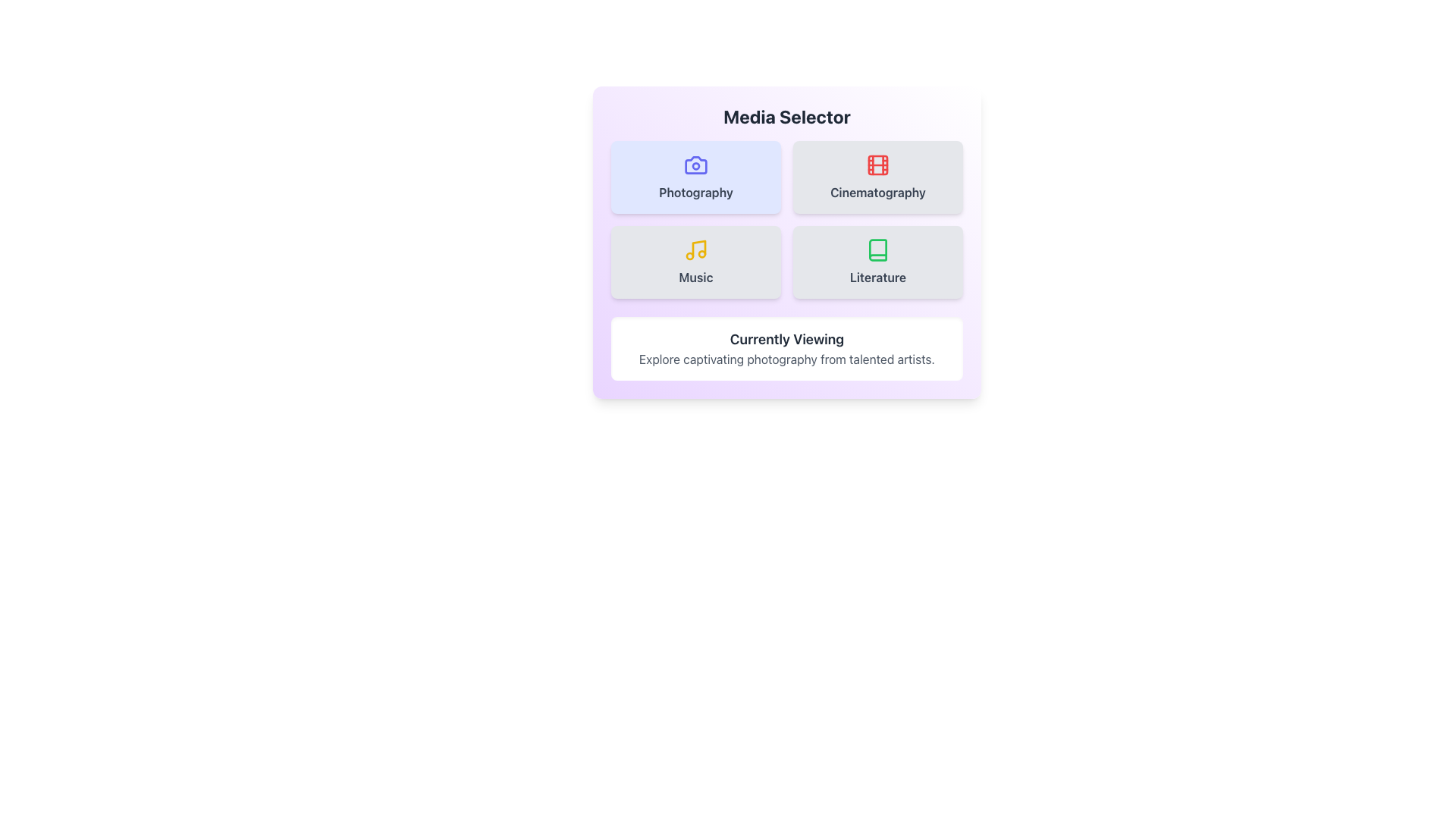 The height and width of the screenshot is (819, 1456). I want to click on the 'Music' button located in the lower-left corner of the 2x2 grid layout, so click(695, 262).